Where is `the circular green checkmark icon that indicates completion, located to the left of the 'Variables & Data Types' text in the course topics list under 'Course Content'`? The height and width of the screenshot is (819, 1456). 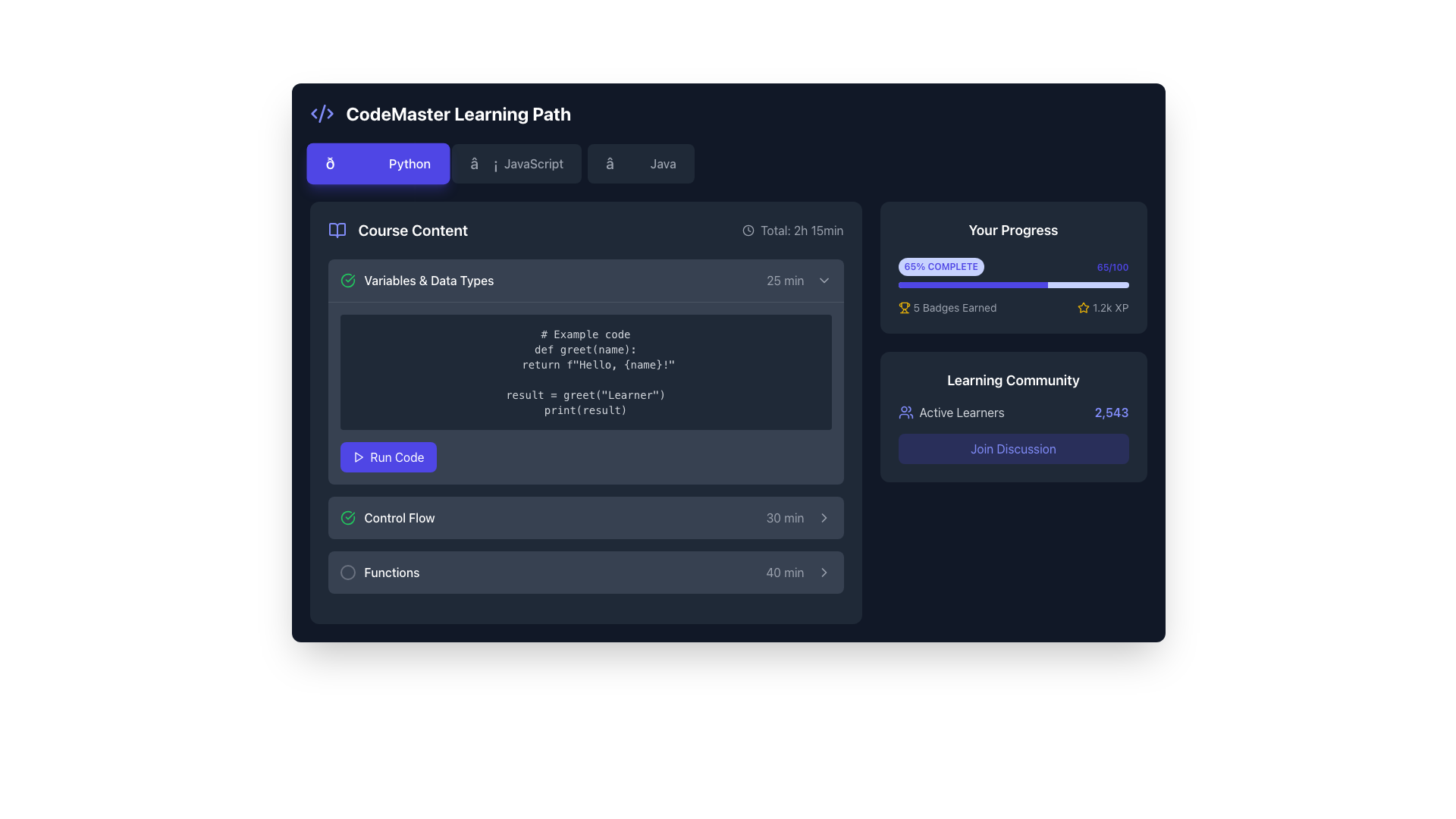 the circular green checkmark icon that indicates completion, located to the left of the 'Variables & Data Types' text in the course topics list under 'Course Content' is located at coordinates (347, 281).